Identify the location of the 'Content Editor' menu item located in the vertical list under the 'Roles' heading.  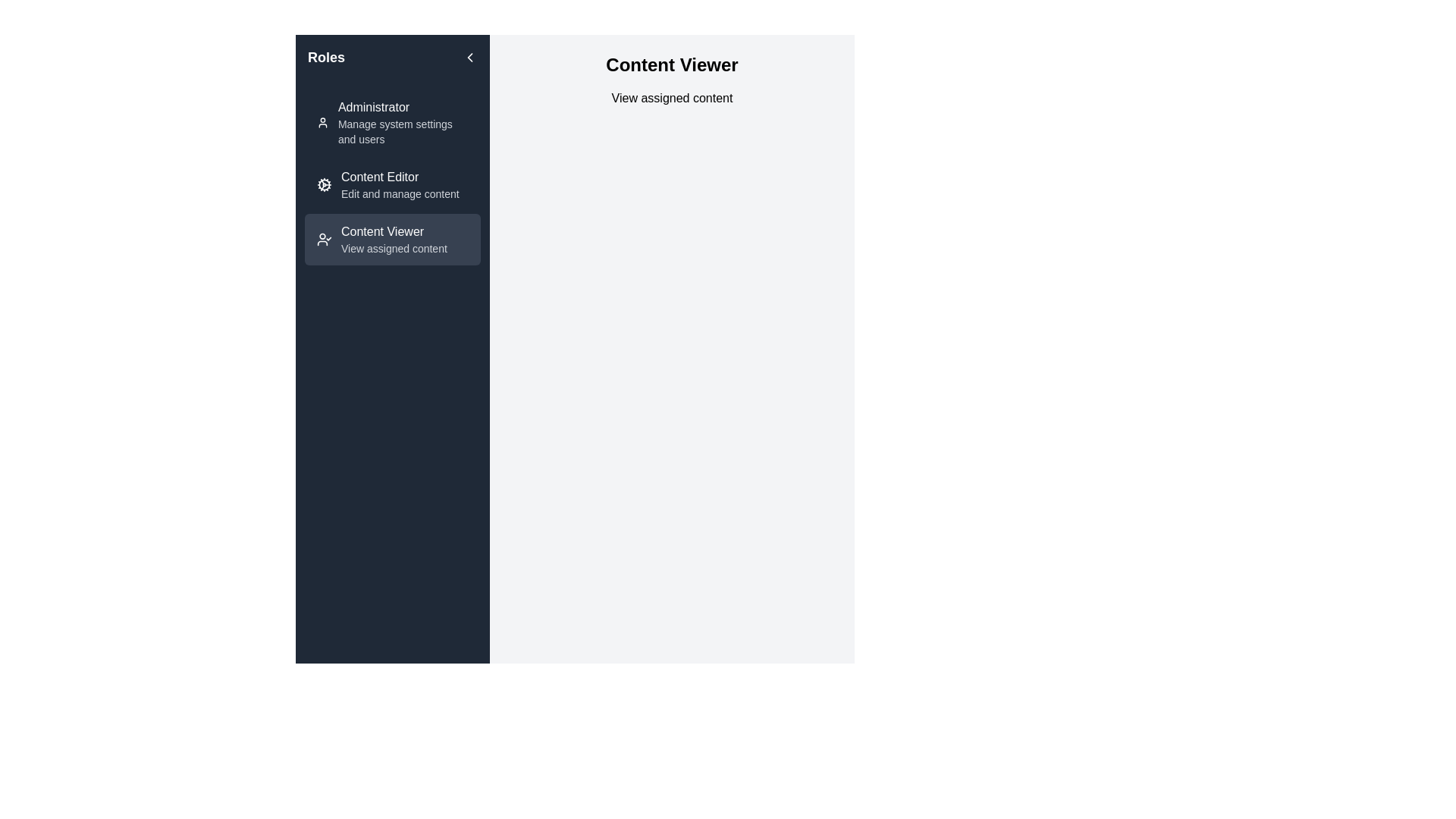
(393, 177).